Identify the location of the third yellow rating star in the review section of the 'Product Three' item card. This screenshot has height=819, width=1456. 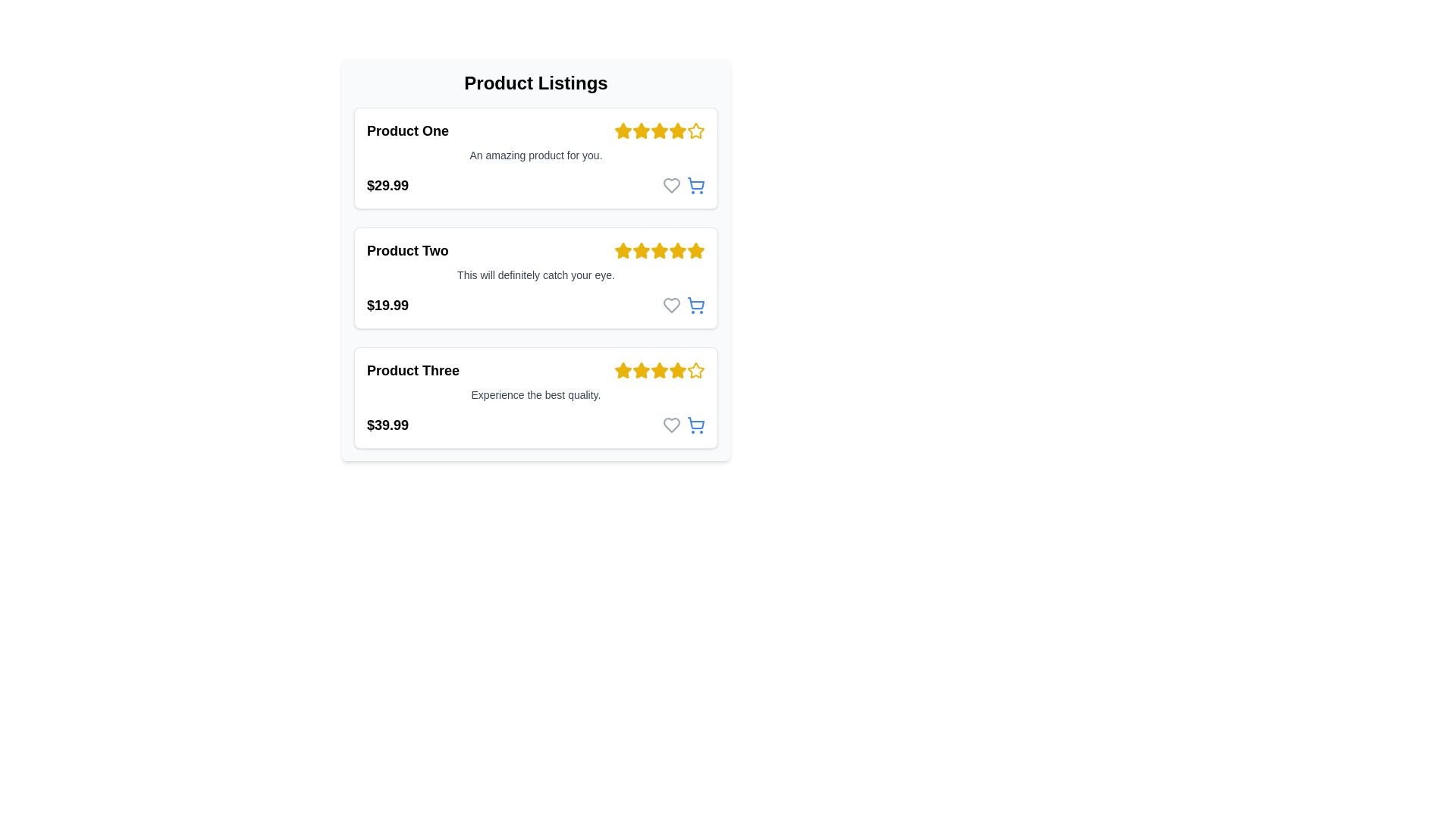
(641, 370).